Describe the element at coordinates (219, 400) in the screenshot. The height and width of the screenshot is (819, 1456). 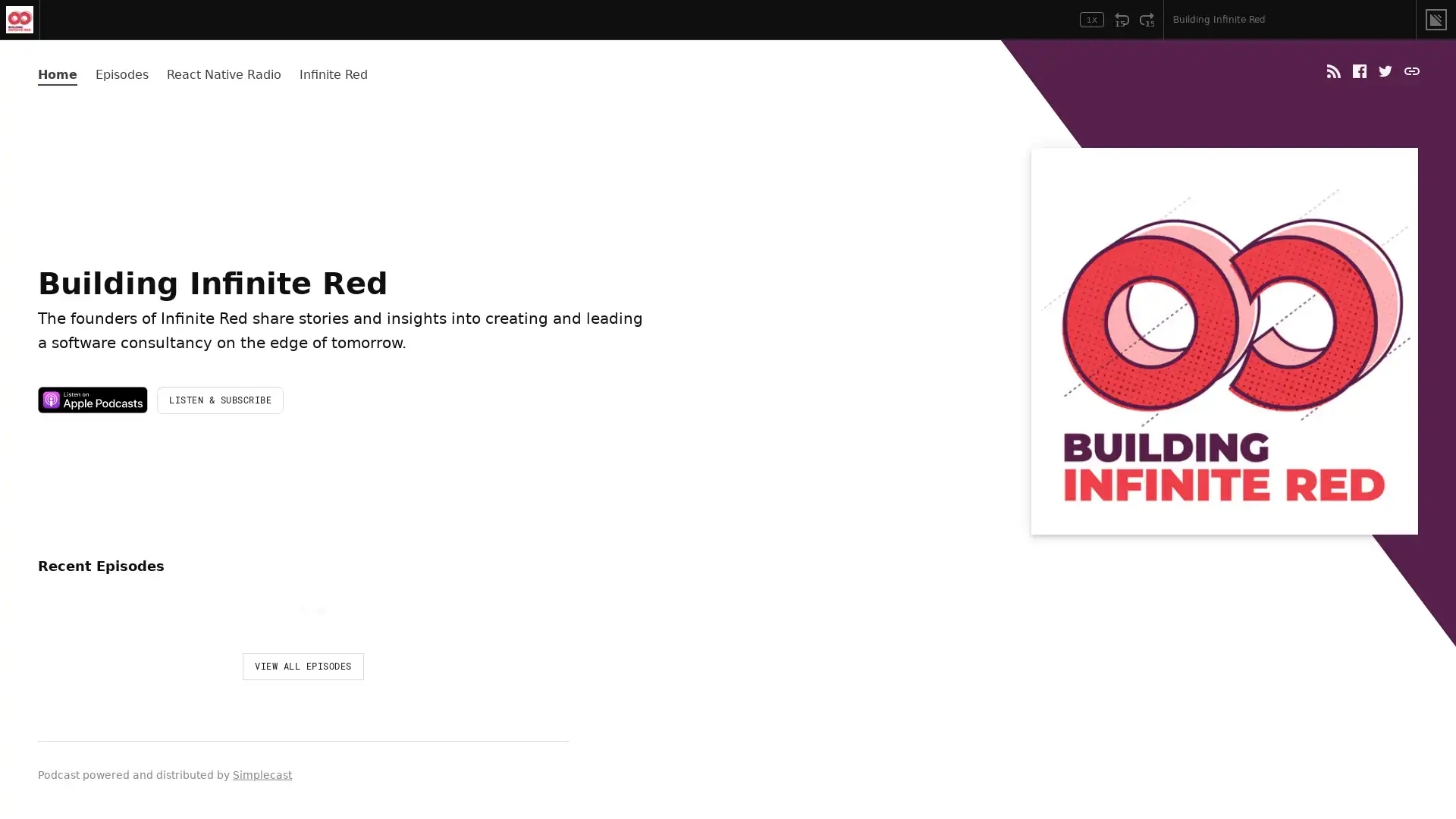
I see `LISTEN & SUBSCRIBE` at that location.